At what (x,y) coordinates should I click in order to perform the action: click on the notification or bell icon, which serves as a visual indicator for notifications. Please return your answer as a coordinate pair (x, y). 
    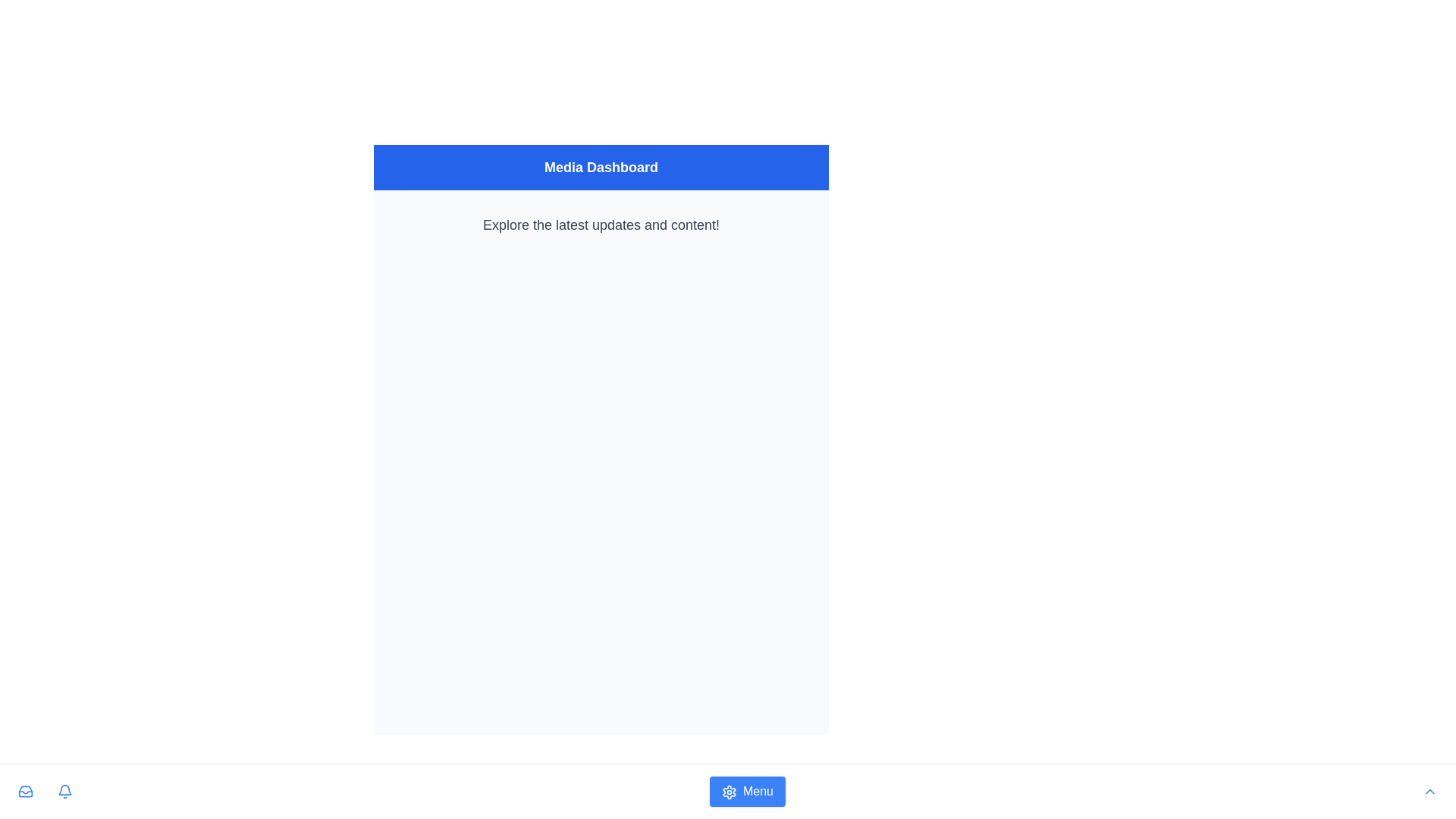
    Looking at the image, I should click on (64, 791).